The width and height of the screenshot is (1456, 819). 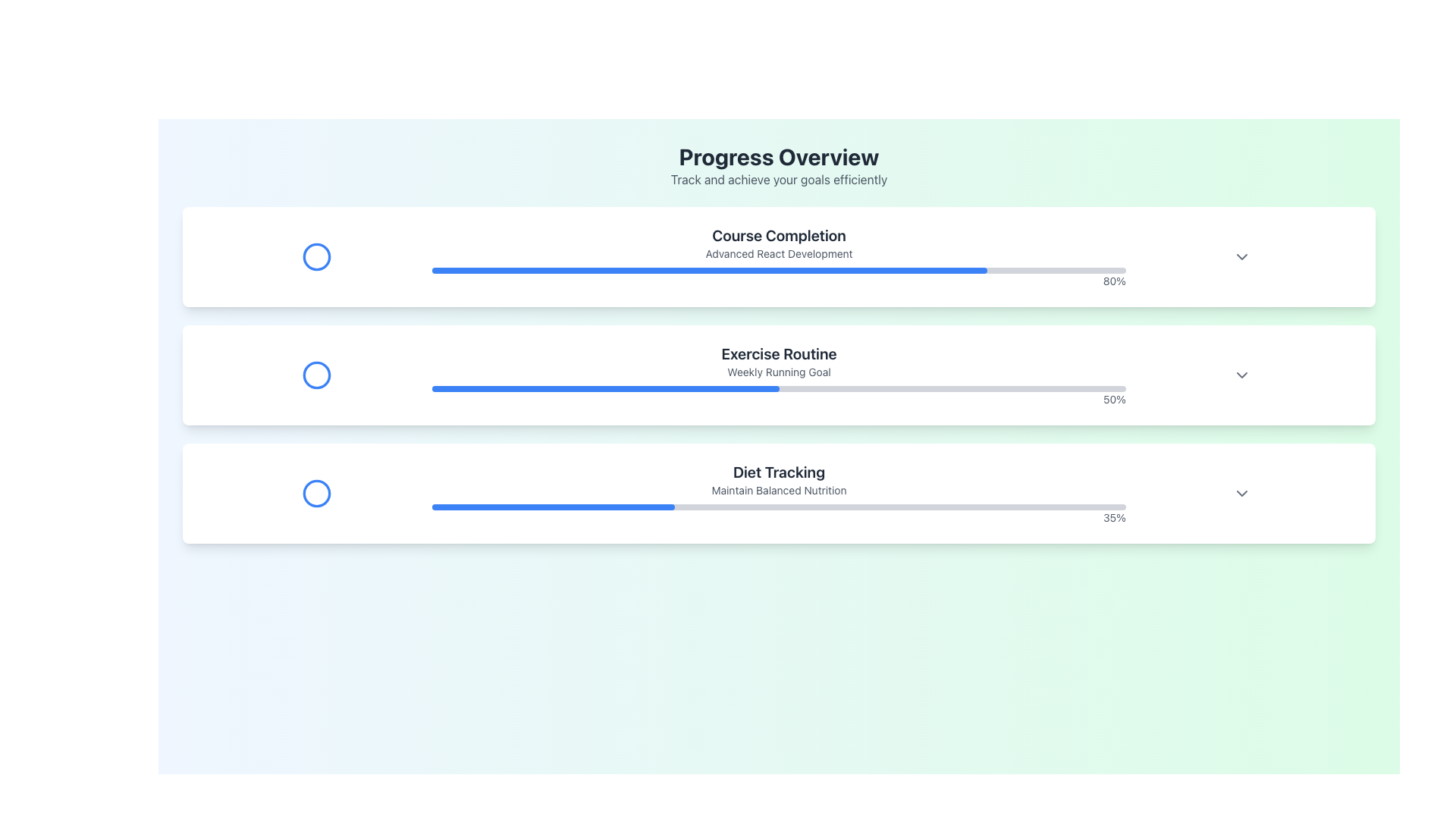 I want to click on the filled section of the Progress bar within the 'Diet Tracking' card to observe the completion percentage visually, so click(x=553, y=507).